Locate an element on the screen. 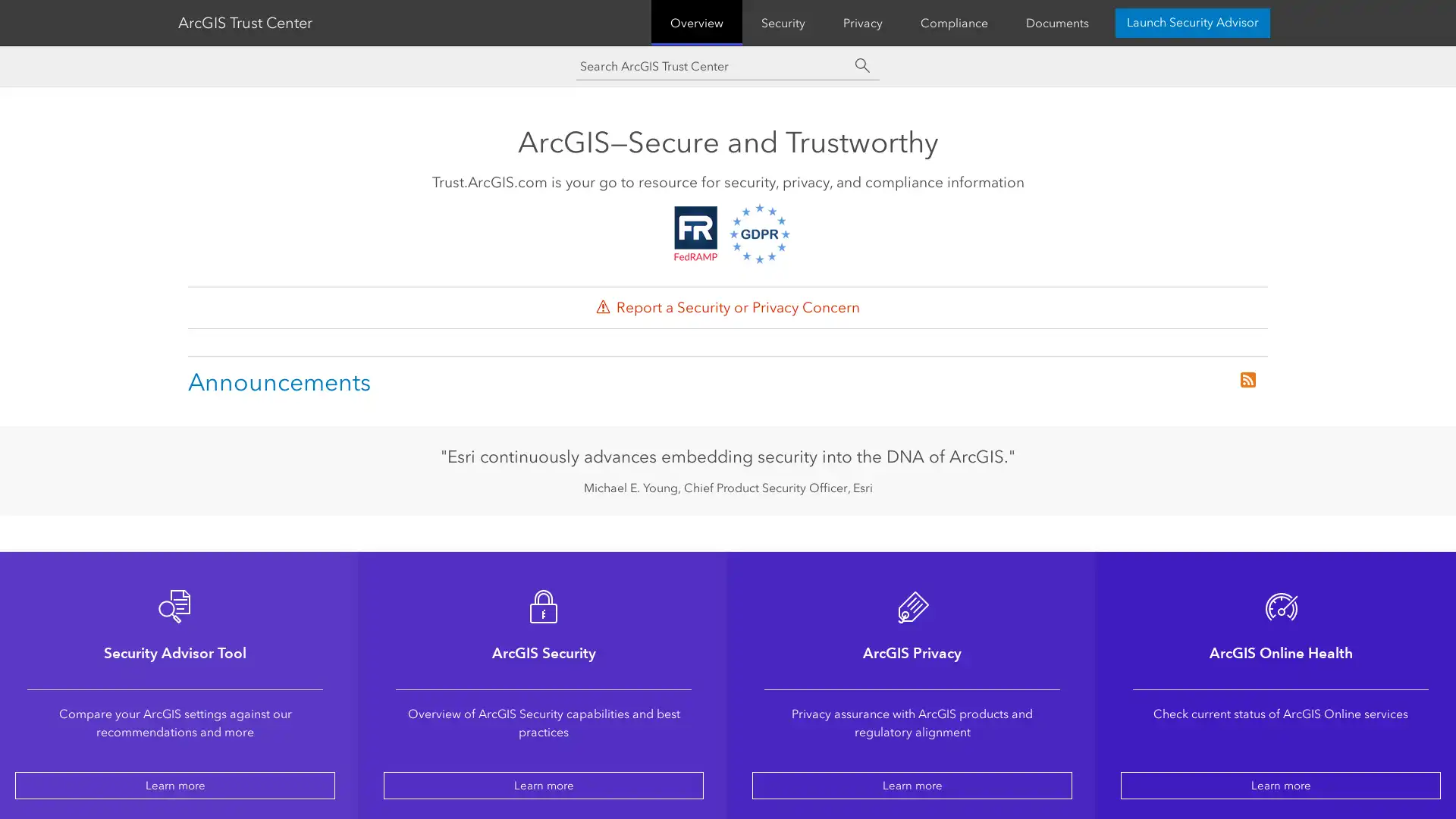 This screenshot has height=819, width=1456. Accept All Cookies is located at coordinates (1300, 718).